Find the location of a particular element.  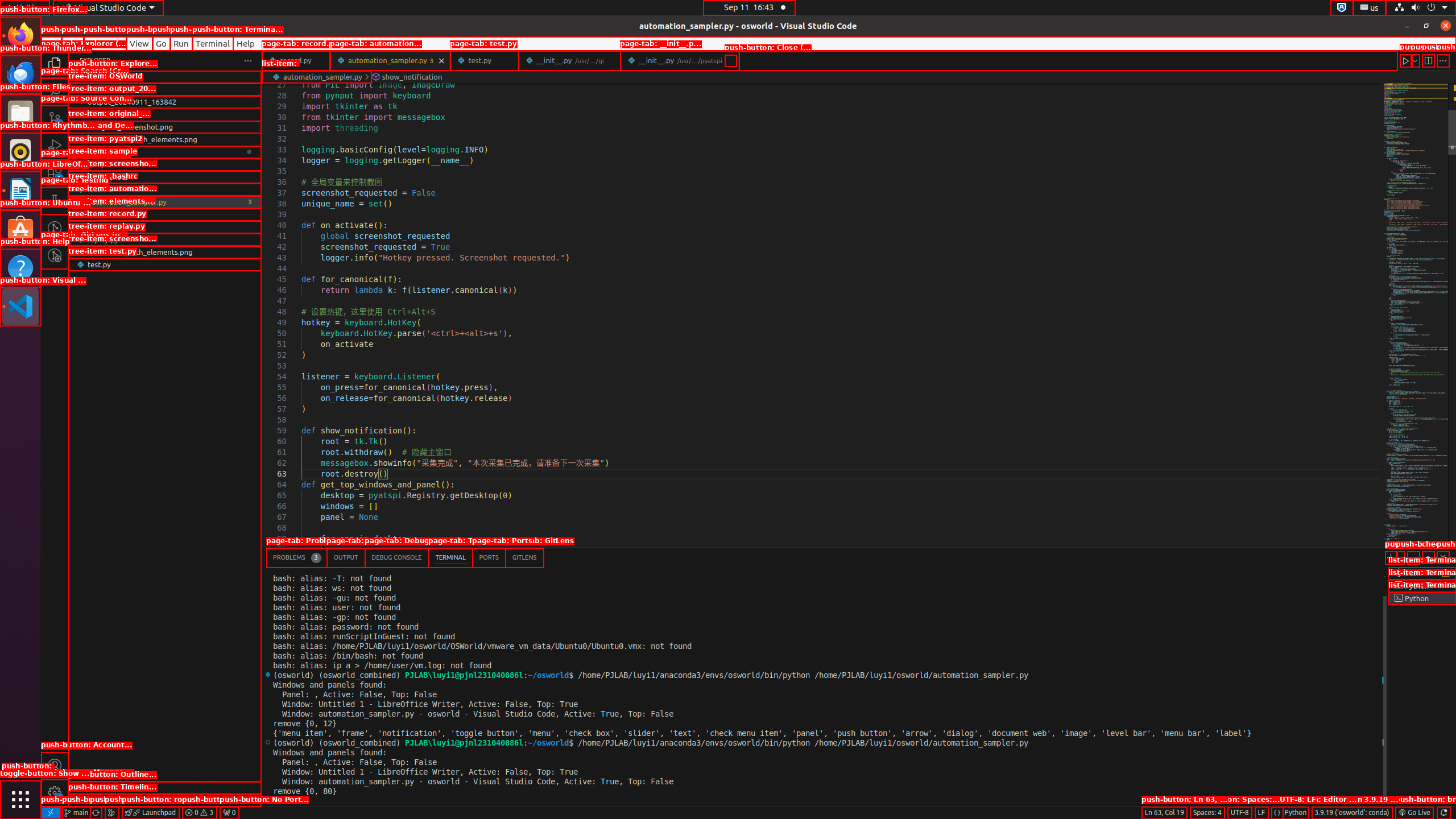

'UTF-8' is located at coordinates (1239, 812).